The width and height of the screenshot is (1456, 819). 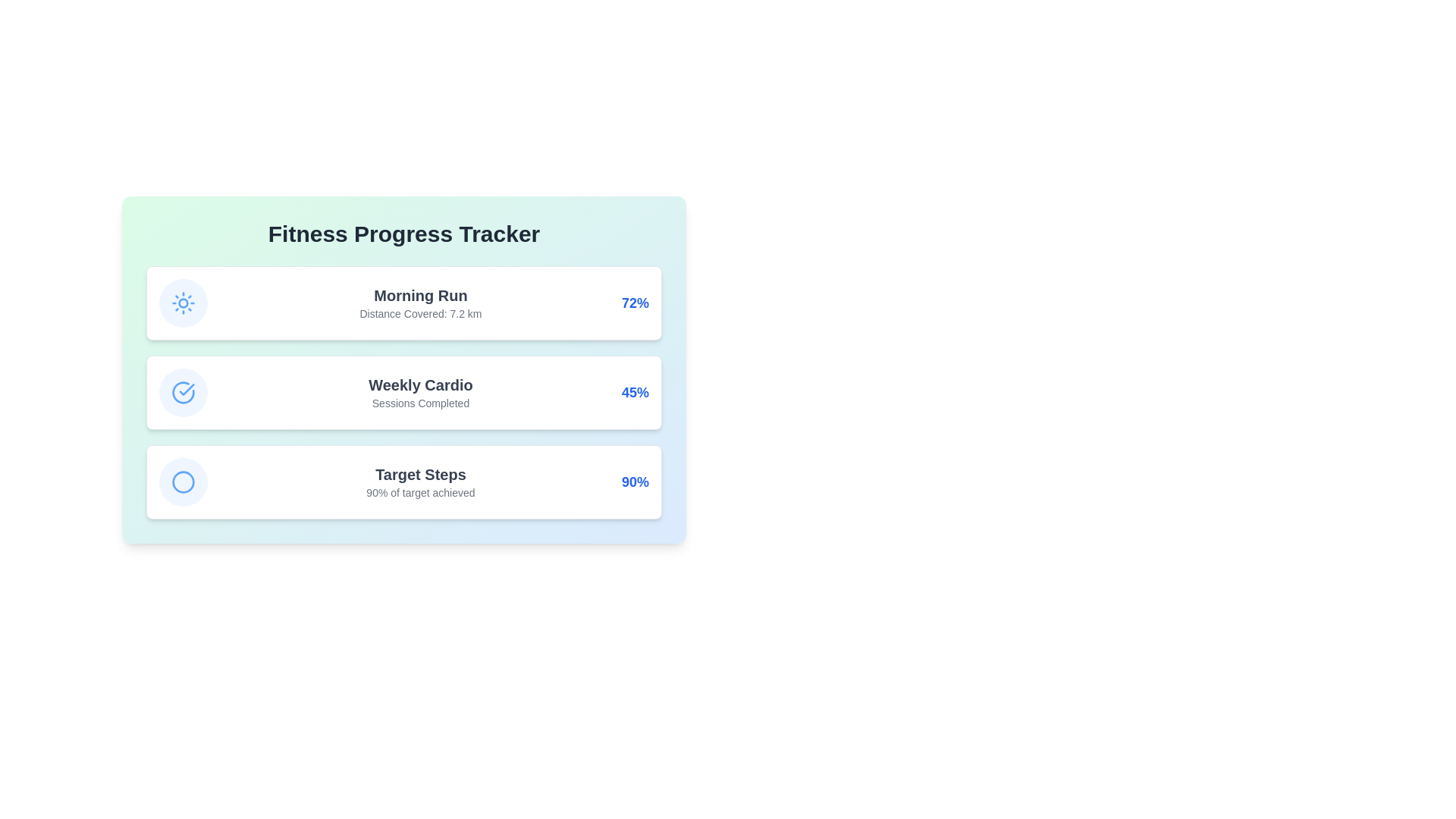 What do you see at coordinates (635, 391) in the screenshot?
I see `the static text displaying '45%' in bold blue font, located in the 'Weekly Cardio' section adjacent to 'Sessions Completed'` at bounding box center [635, 391].